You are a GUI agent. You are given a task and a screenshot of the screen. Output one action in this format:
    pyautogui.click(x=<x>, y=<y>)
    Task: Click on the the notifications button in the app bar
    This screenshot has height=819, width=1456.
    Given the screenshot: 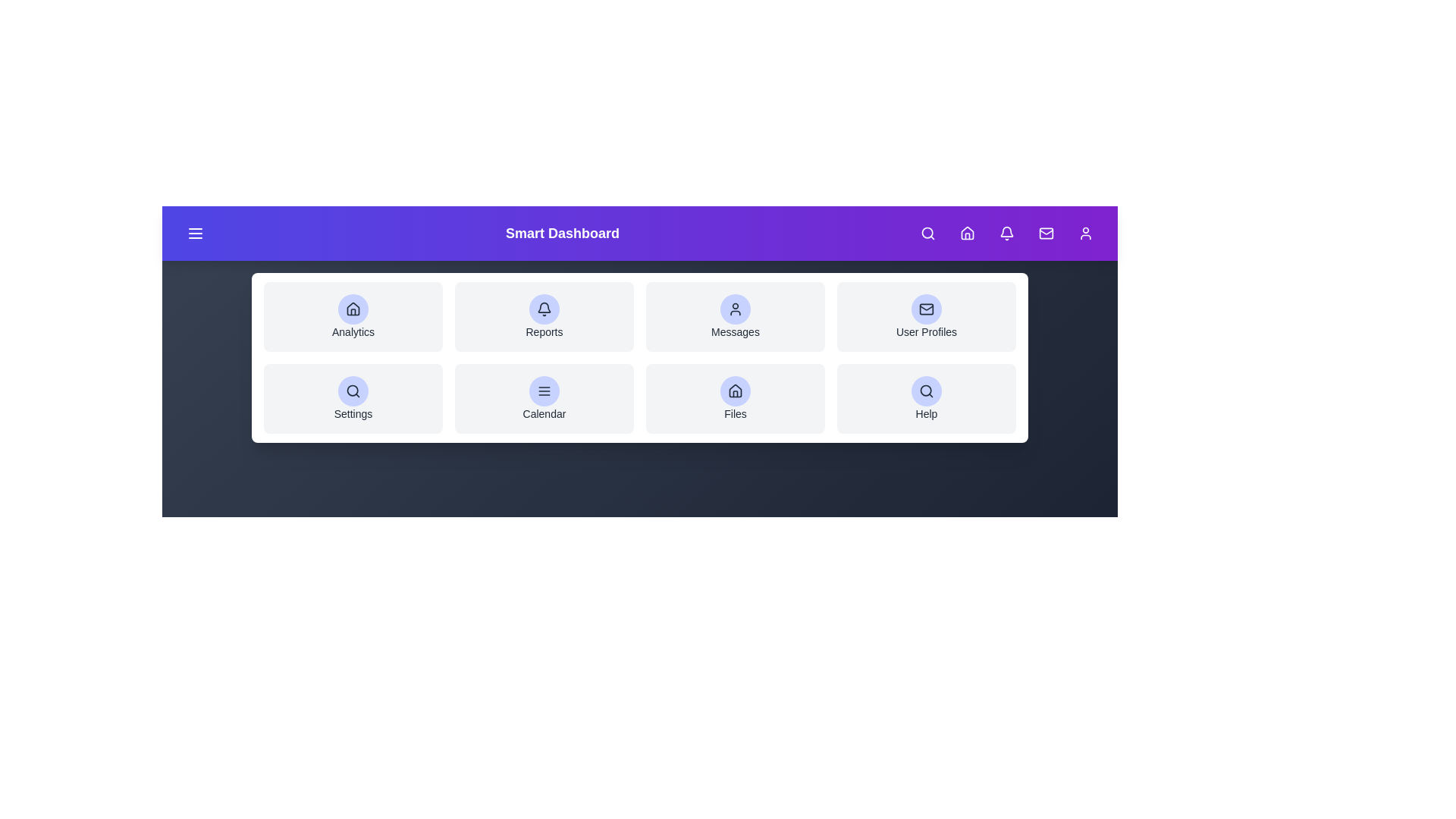 What is the action you would take?
    pyautogui.click(x=1007, y=234)
    